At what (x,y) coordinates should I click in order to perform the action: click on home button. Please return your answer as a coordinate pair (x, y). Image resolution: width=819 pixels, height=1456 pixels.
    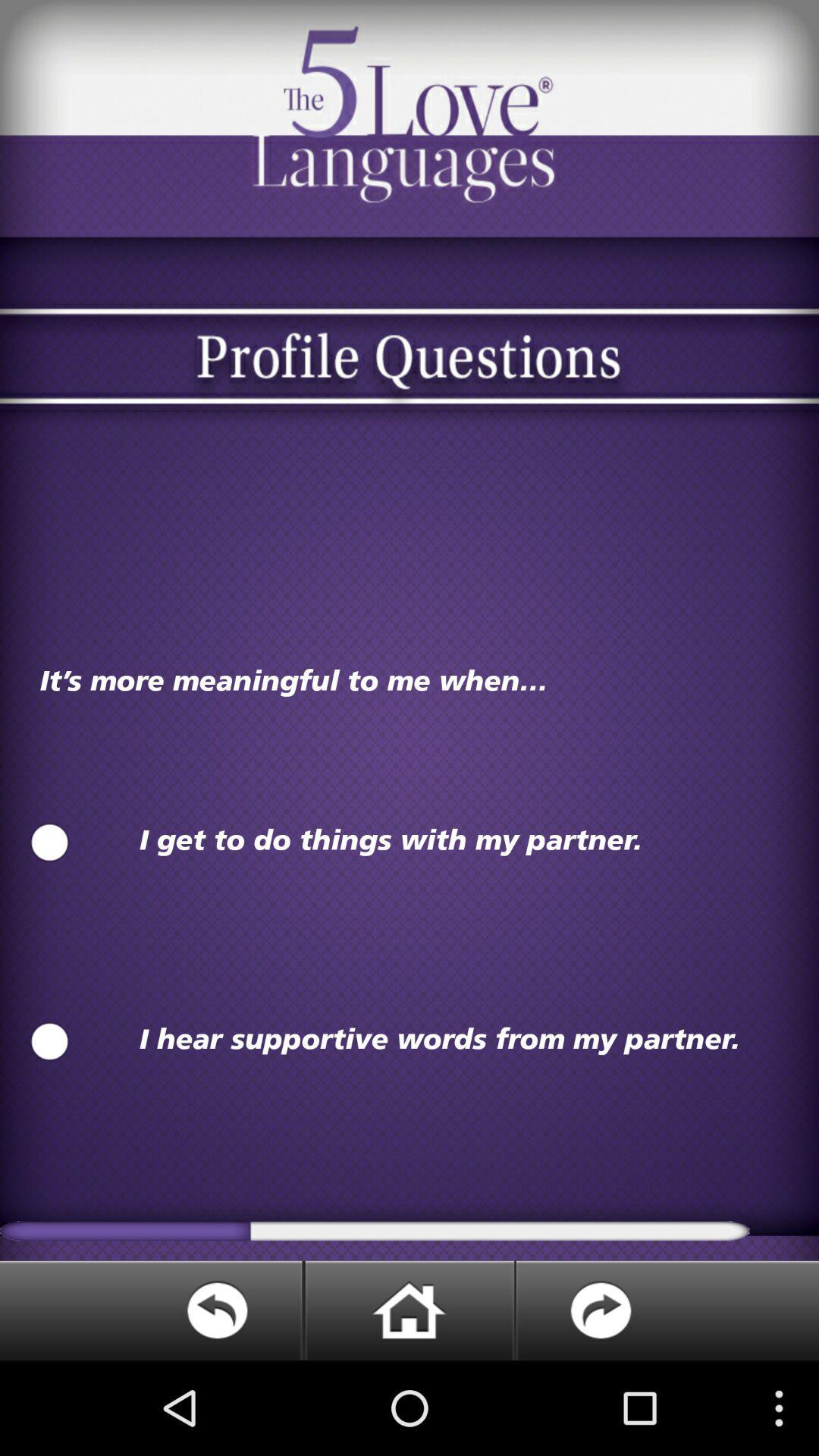
    Looking at the image, I should click on (408, 1310).